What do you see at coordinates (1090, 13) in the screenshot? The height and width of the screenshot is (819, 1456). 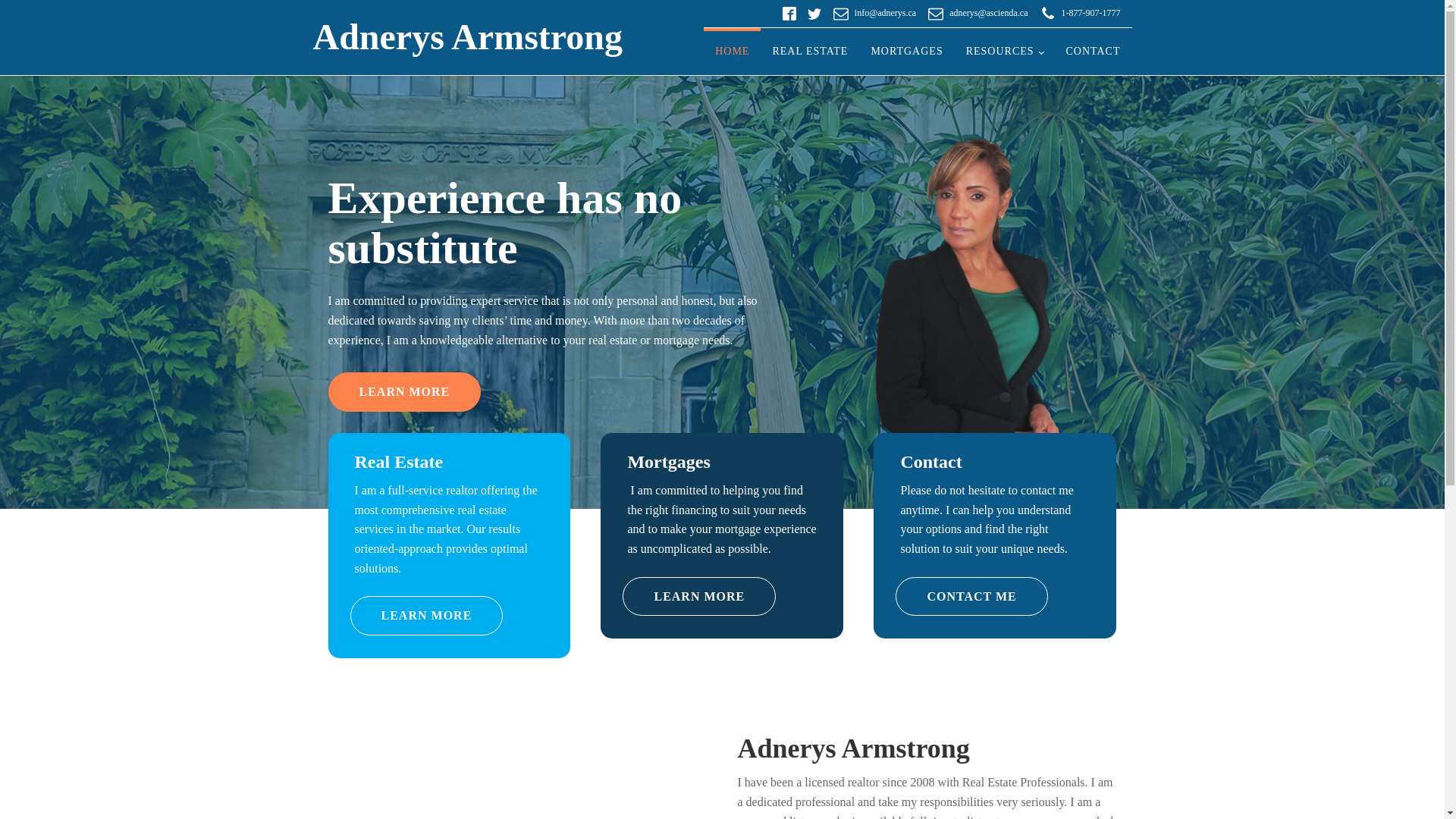 I see `'1-877-907-1777'` at bounding box center [1090, 13].